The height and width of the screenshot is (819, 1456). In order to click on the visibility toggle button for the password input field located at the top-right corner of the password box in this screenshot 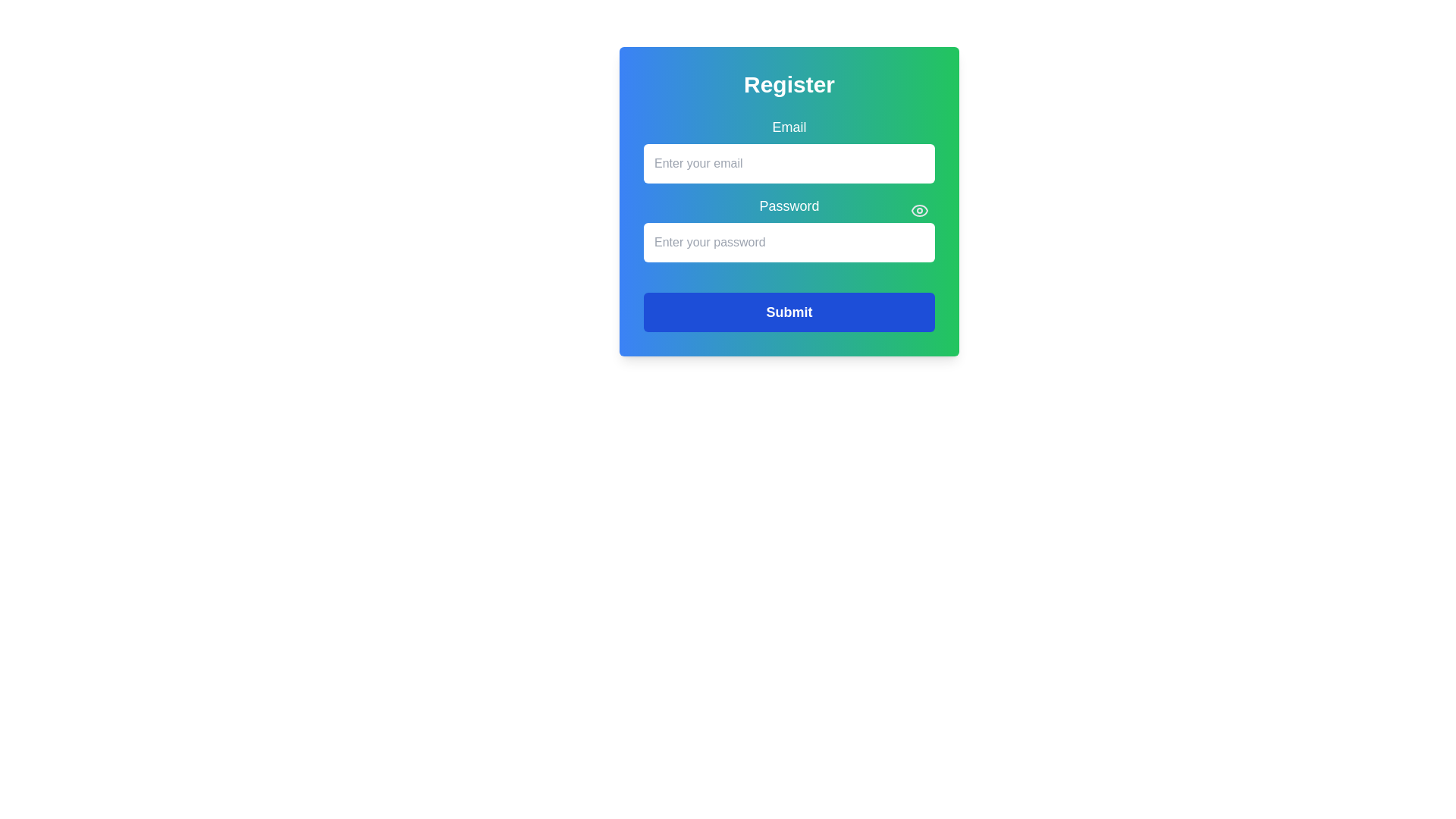, I will do `click(919, 210)`.